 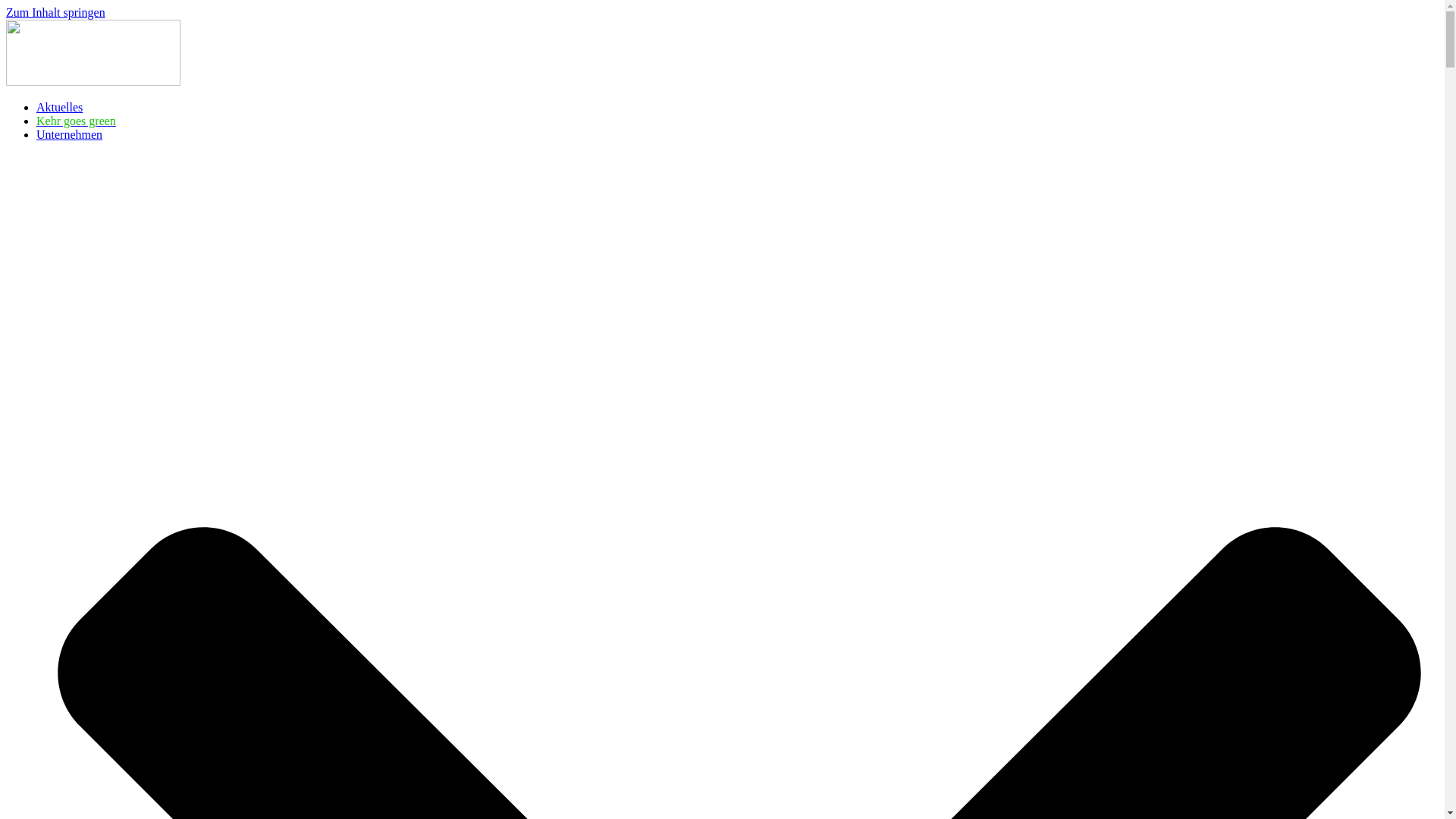 I want to click on 'Zum Inhalt springen', so click(x=55, y=12).